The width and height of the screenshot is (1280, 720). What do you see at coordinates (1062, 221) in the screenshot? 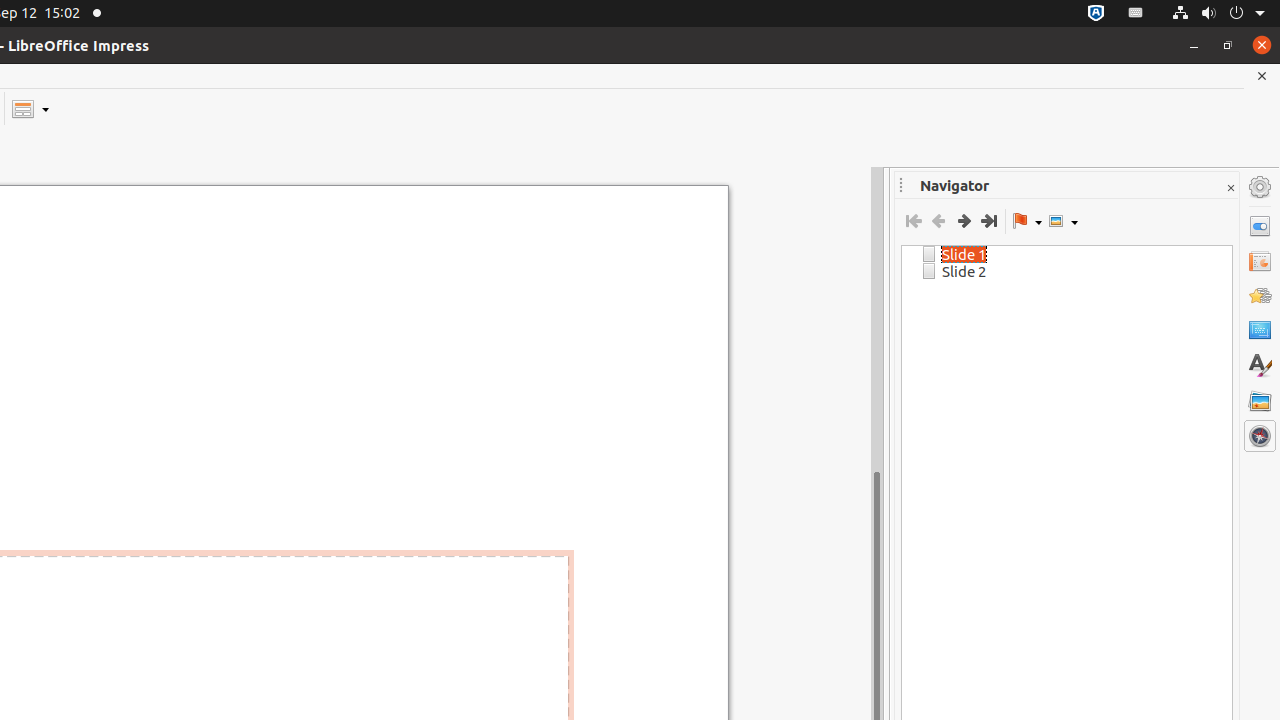
I see `'Show Shapes'` at bounding box center [1062, 221].